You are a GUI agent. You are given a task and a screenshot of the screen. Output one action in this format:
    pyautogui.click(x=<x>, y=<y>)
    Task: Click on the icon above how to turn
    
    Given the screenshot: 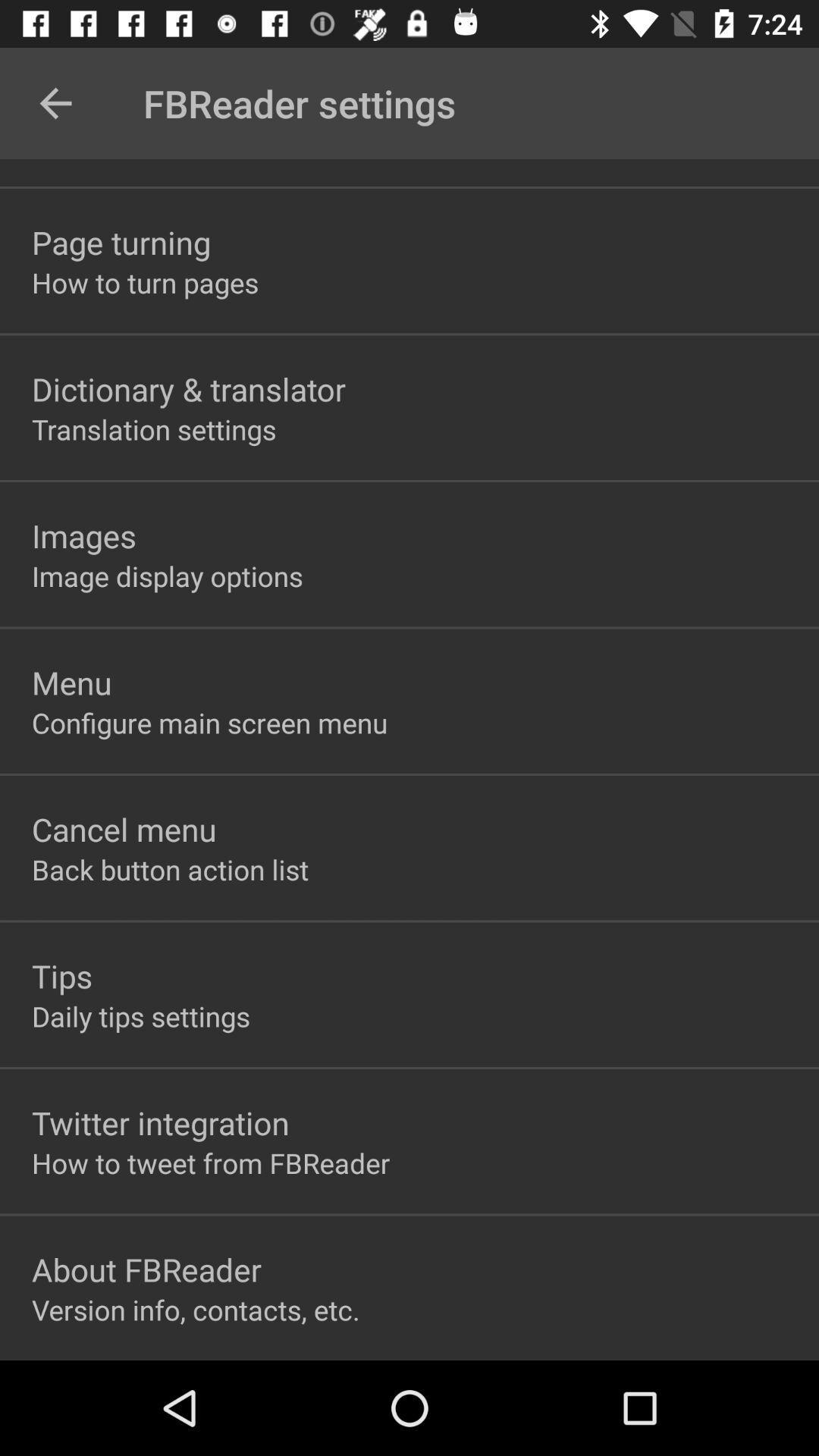 What is the action you would take?
    pyautogui.click(x=121, y=241)
    